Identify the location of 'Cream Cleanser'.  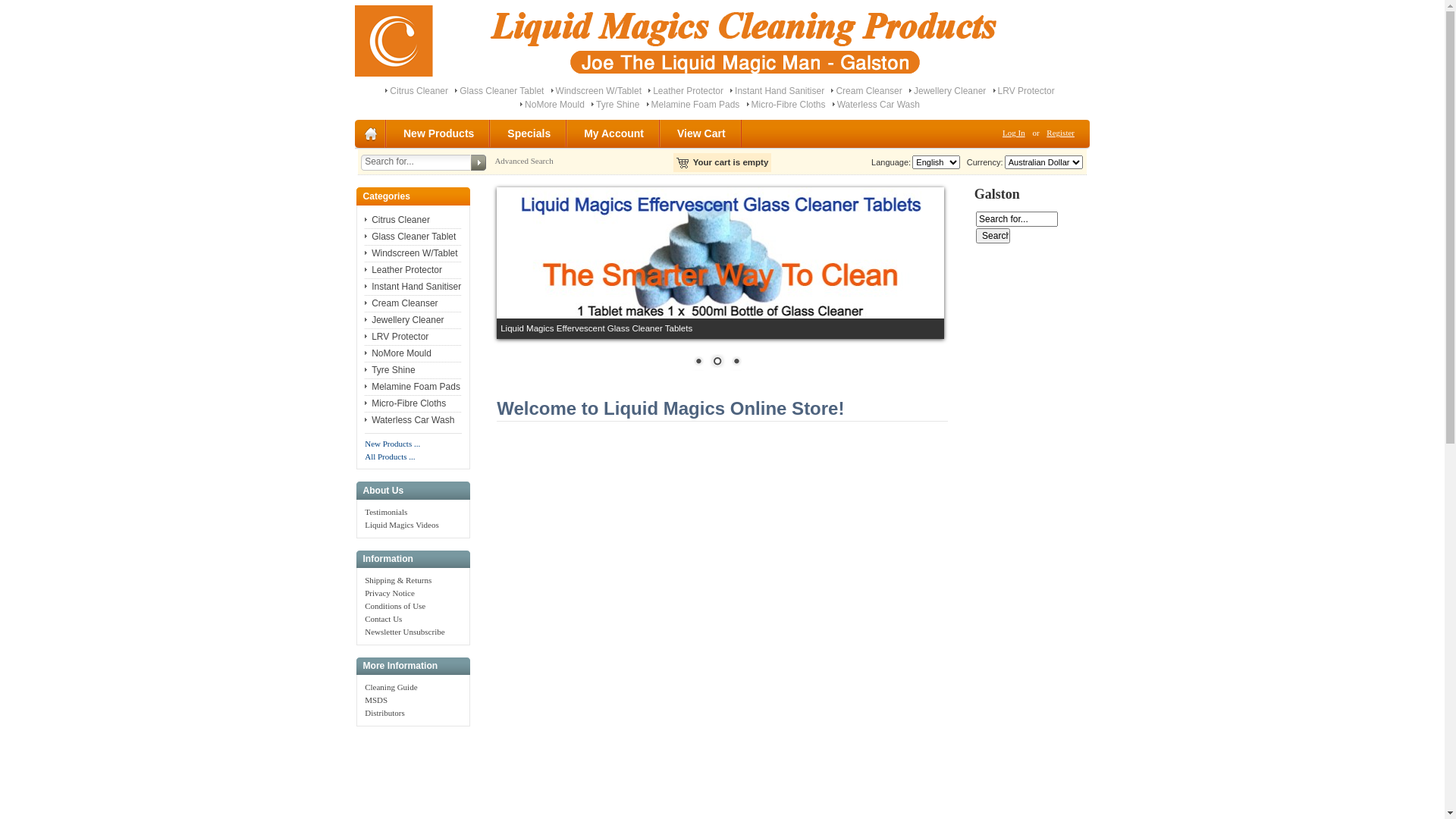
(830, 90).